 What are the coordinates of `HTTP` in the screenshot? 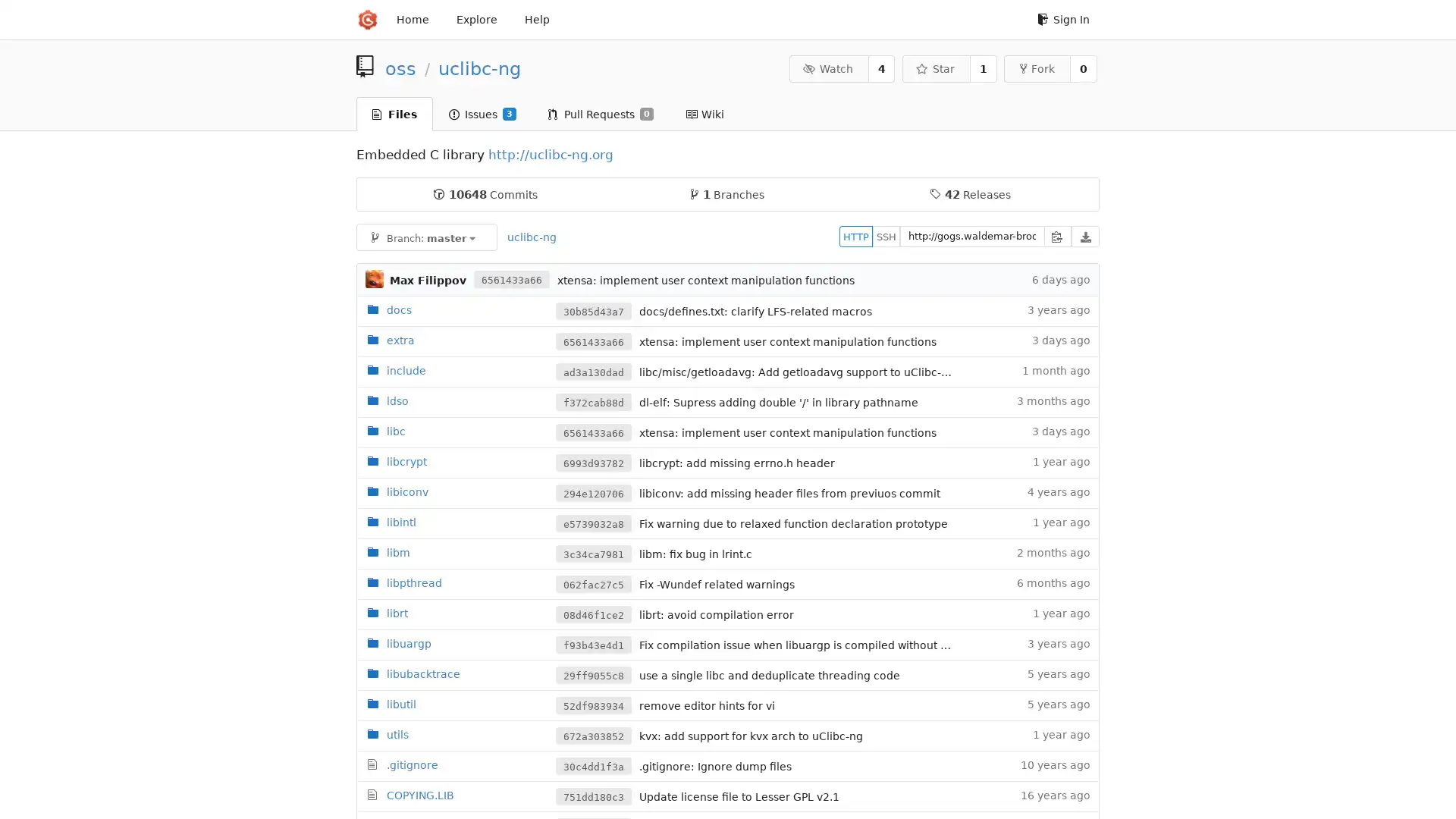 It's located at (855, 236).